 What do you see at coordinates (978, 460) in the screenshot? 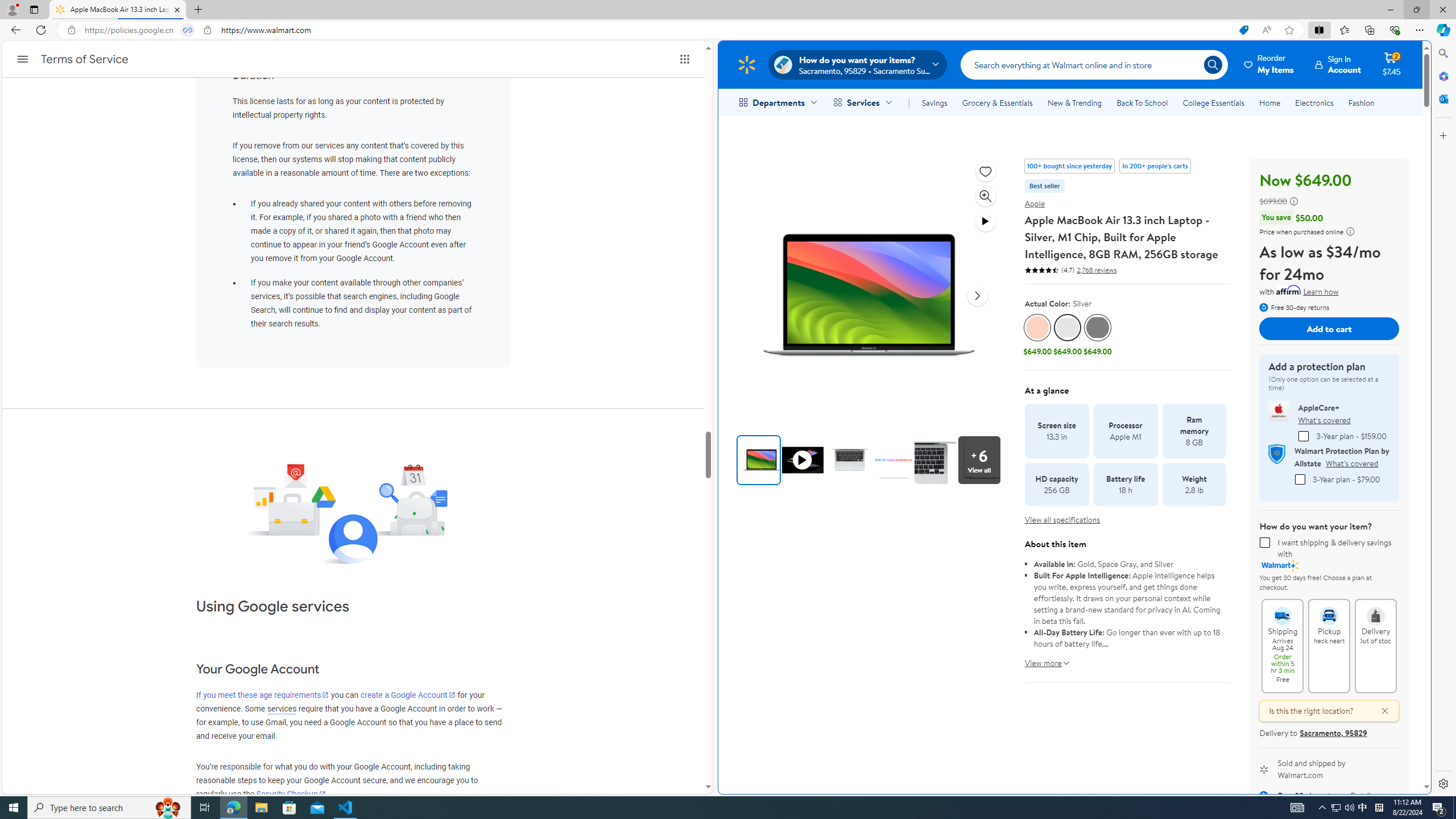
I see `'View all media'` at bounding box center [978, 460].